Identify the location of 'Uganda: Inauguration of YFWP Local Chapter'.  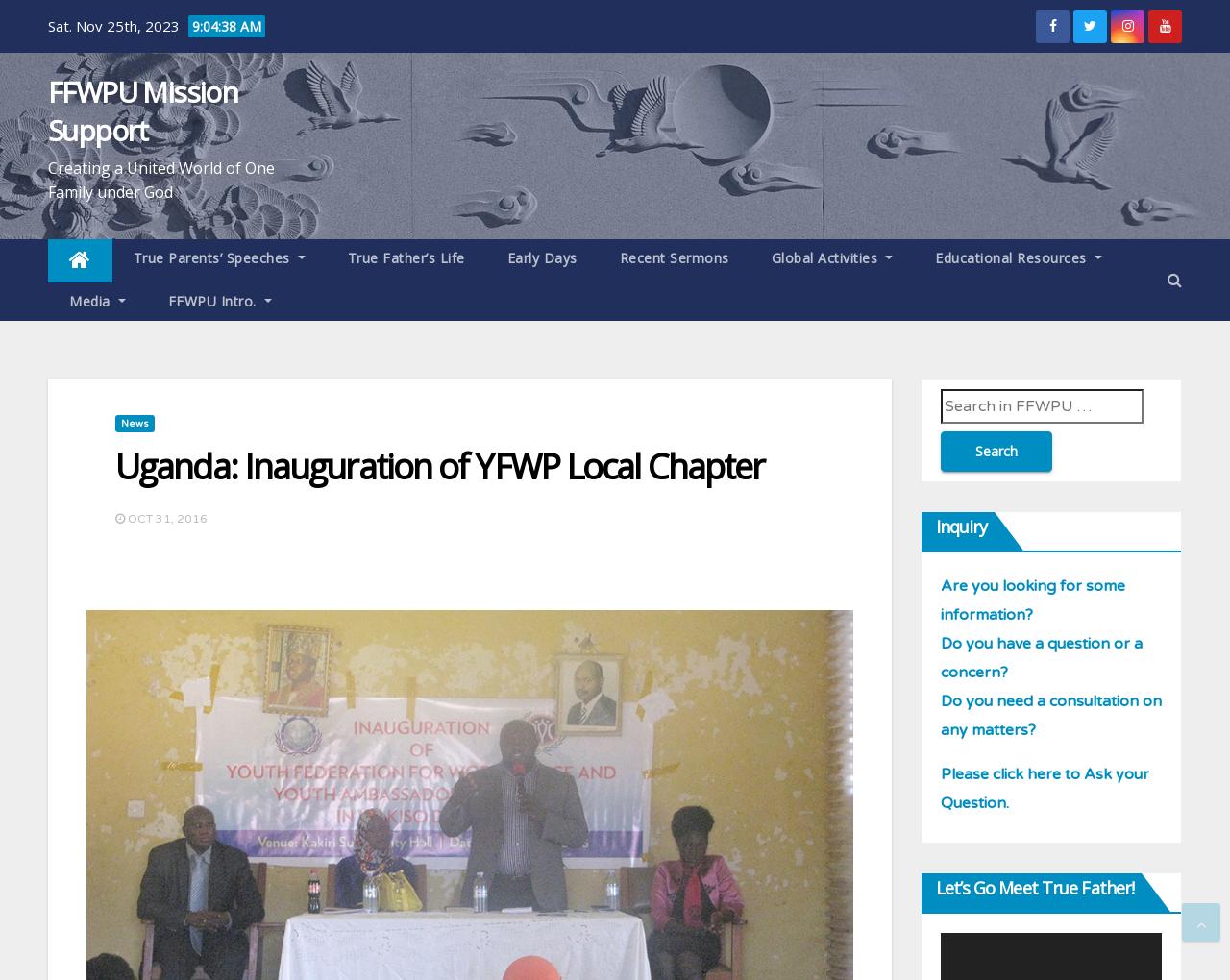
(438, 466).